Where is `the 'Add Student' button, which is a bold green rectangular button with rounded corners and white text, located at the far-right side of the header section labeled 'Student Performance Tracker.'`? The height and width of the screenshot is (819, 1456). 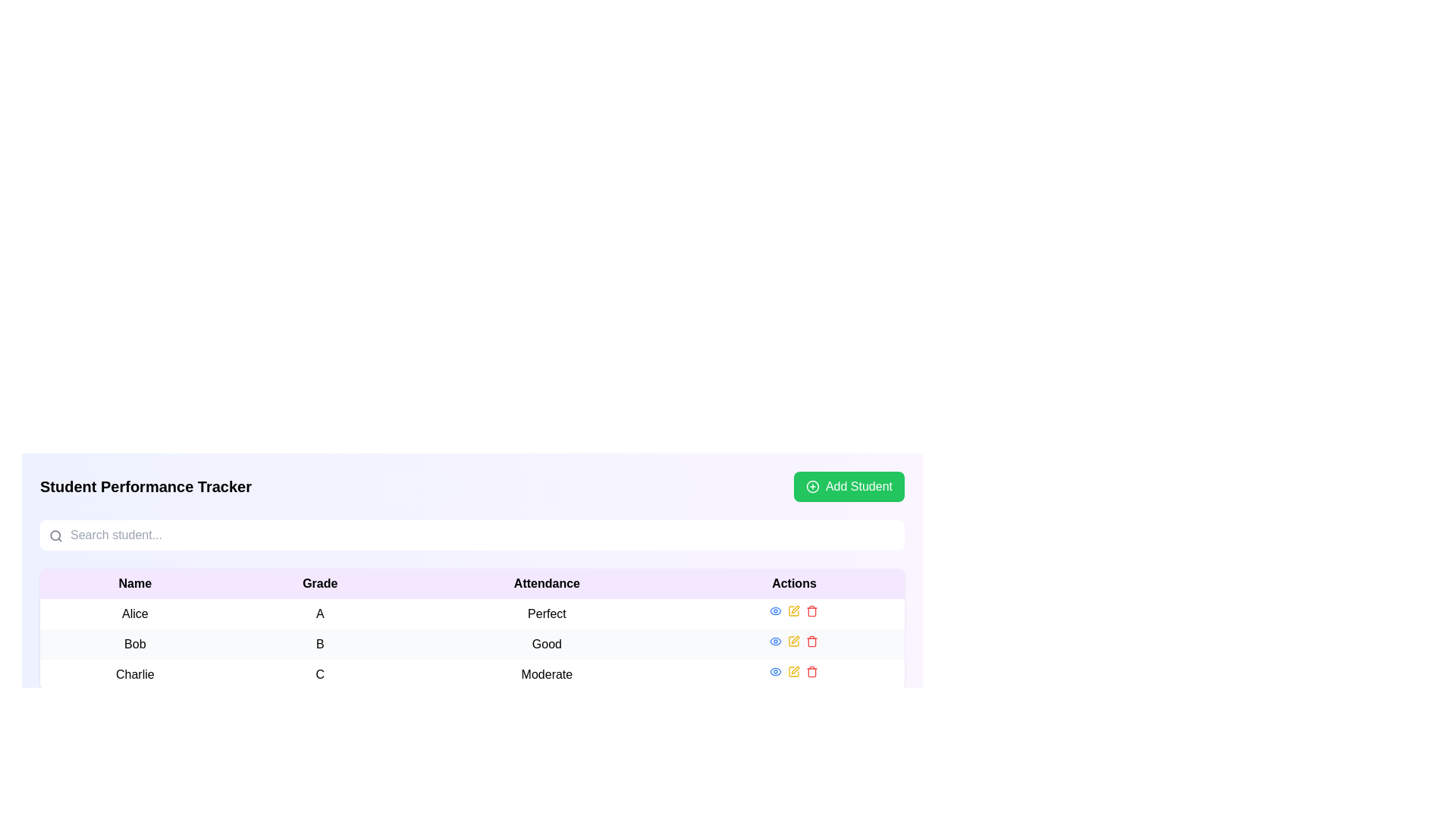 the 'Add Student' button, which is a bold green rectangular button with rounded corners and white text, located at the far-right side of the header section labeled 'Student Performance Tracker.' is located at coordinates (848, 486).